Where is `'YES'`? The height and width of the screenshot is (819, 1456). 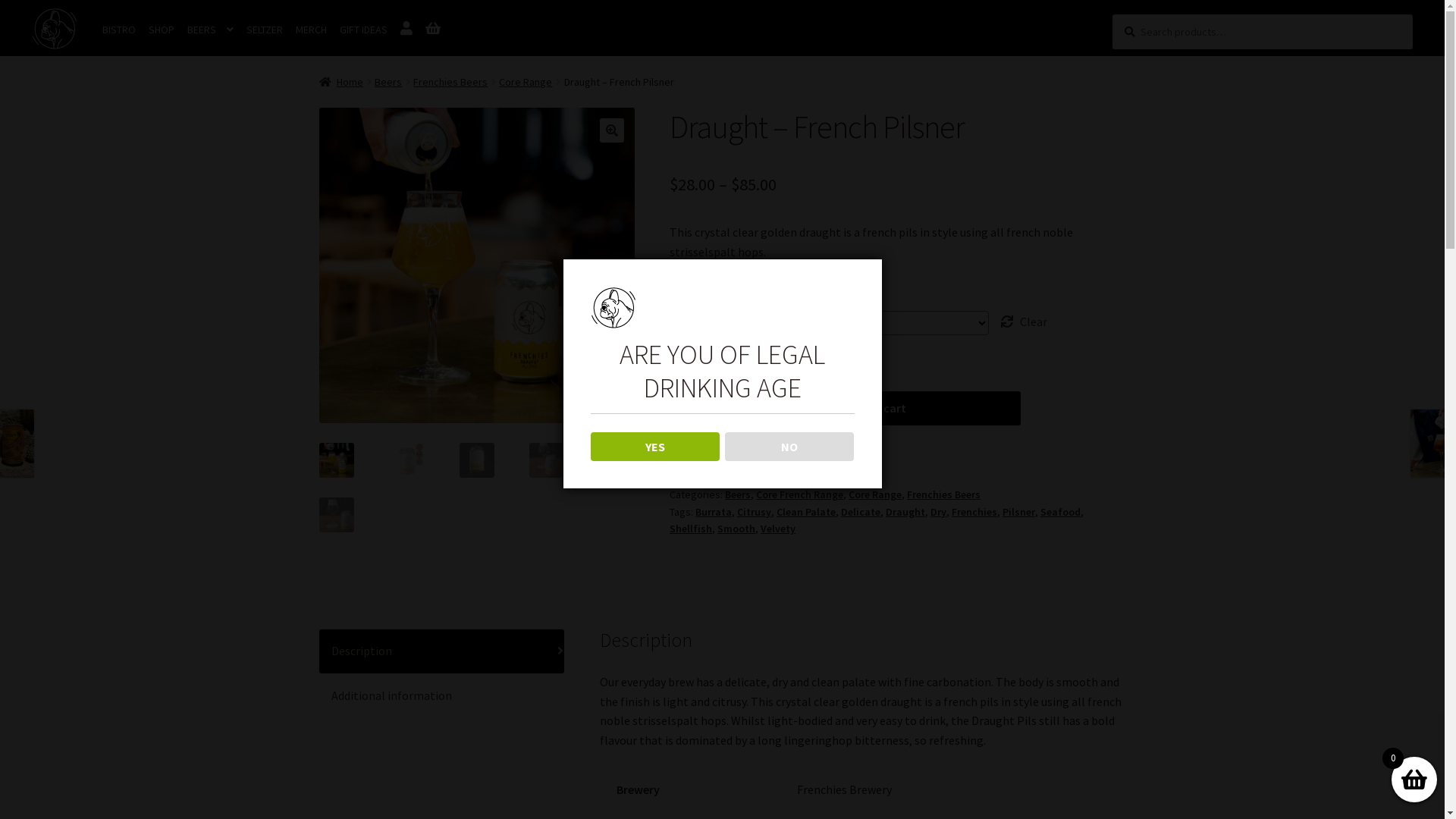
'YES' is located at coordinates (655, 446).